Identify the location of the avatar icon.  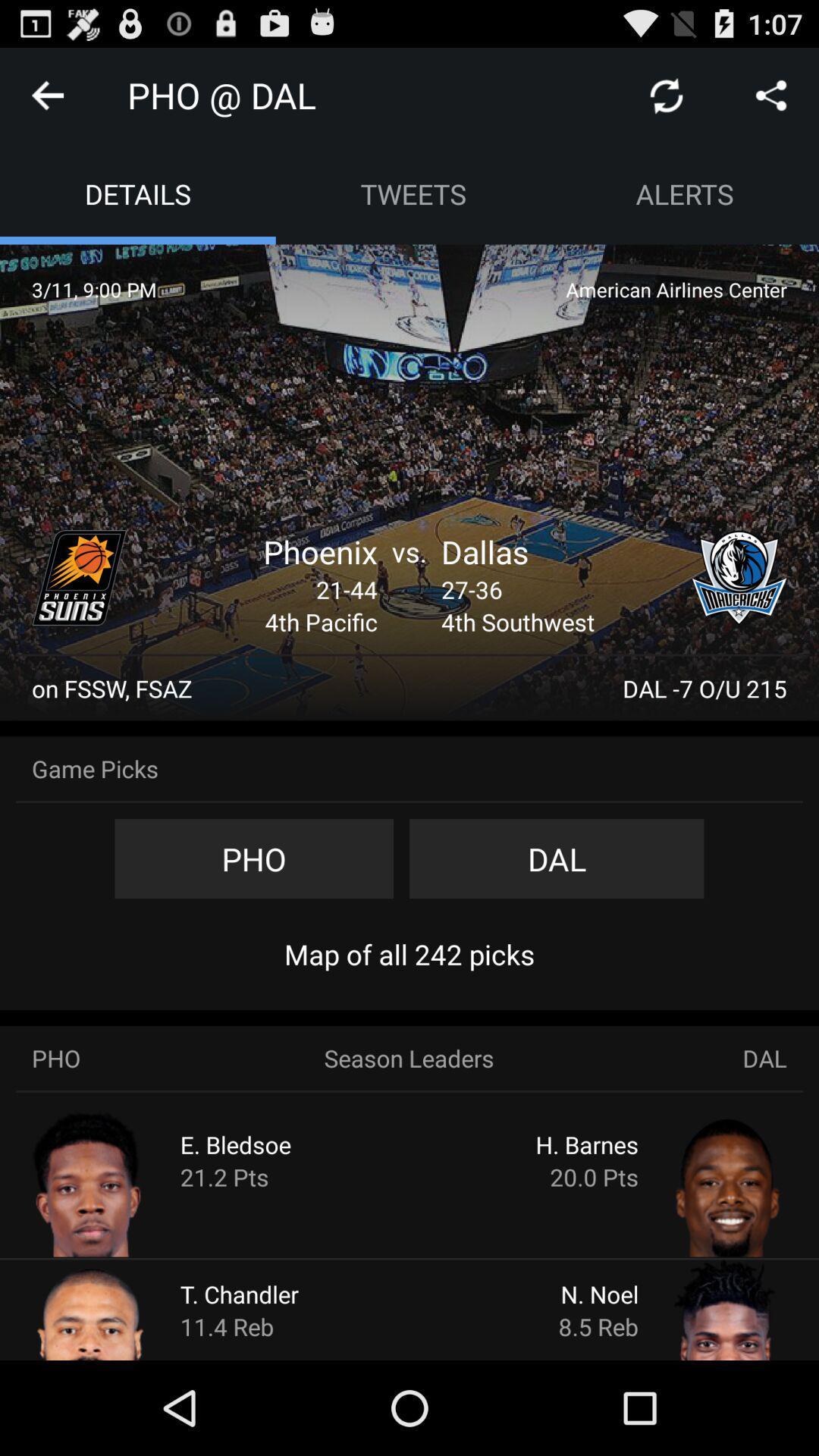
(118, 1400).